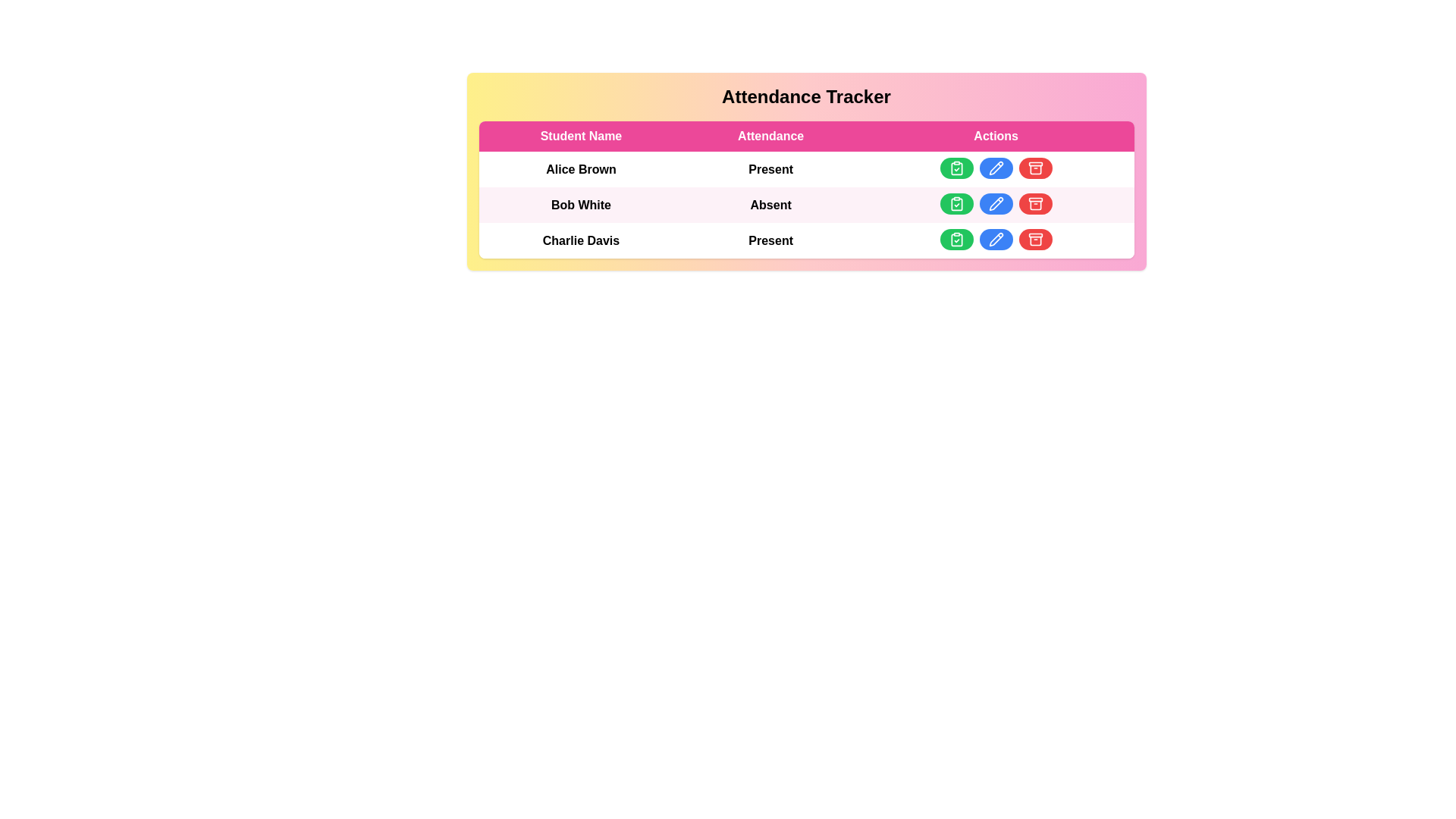  Describe the element at coordinates (1034, 239) in the screenshot. I see `'archive record' button for the student with name Charlie Davis` at that location.